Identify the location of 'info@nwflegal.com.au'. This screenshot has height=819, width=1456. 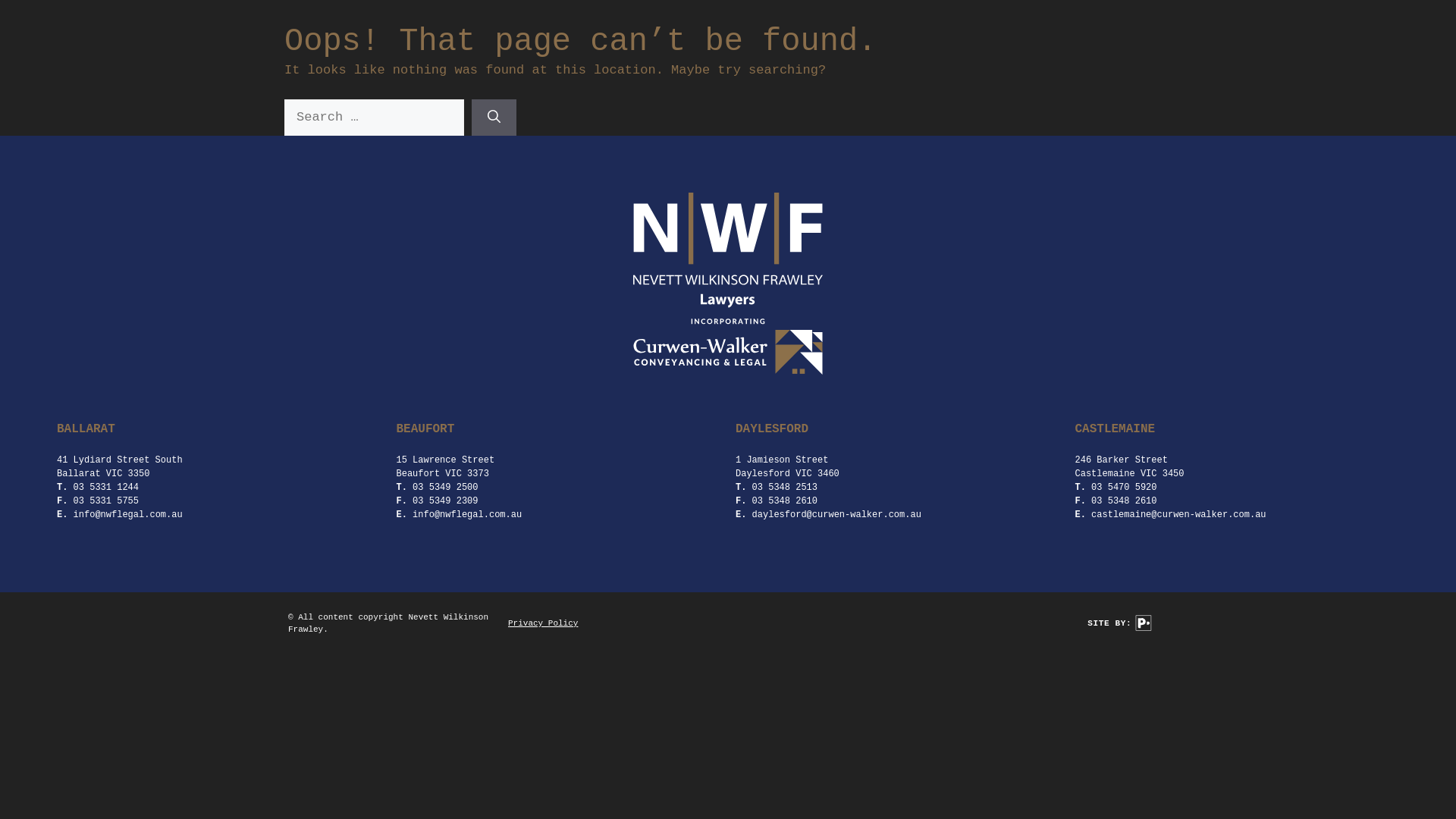
(466, 513).